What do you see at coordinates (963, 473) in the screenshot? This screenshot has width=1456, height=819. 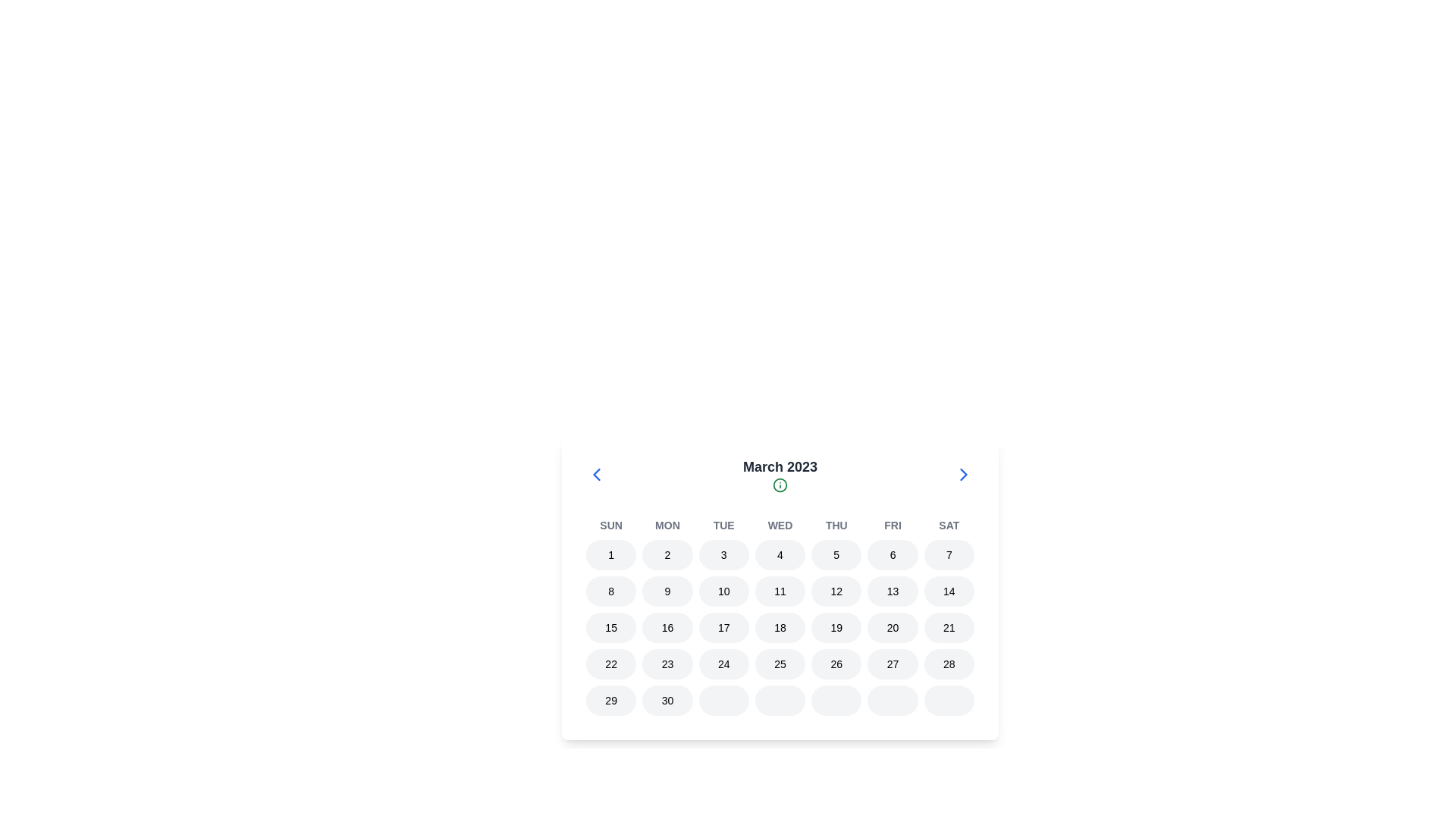 I see `the blue chevron right icon located at the far right of the 'March 2023' section` at bounding box center [963, 473].